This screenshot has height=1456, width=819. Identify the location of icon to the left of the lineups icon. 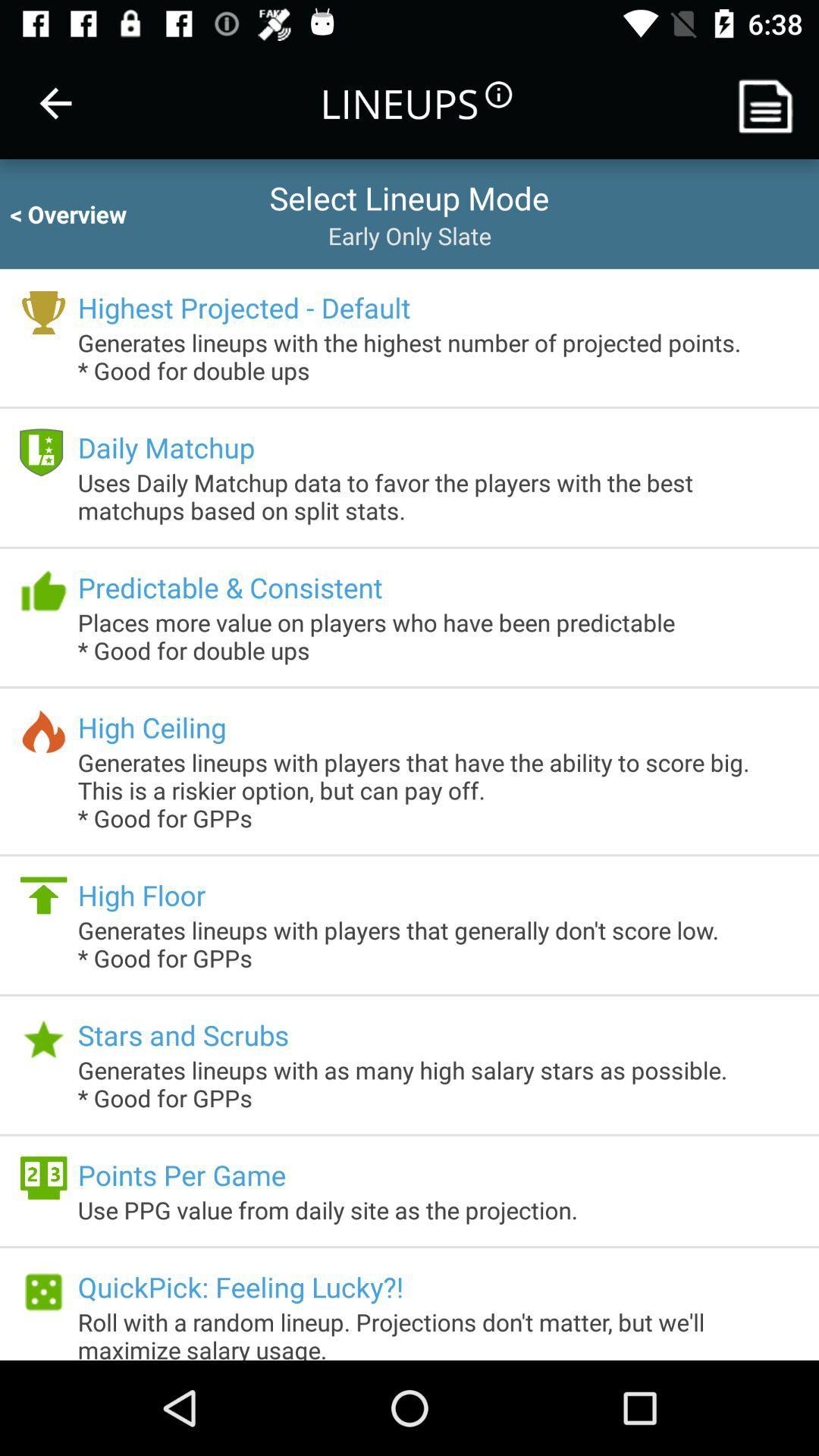
(55, 102).